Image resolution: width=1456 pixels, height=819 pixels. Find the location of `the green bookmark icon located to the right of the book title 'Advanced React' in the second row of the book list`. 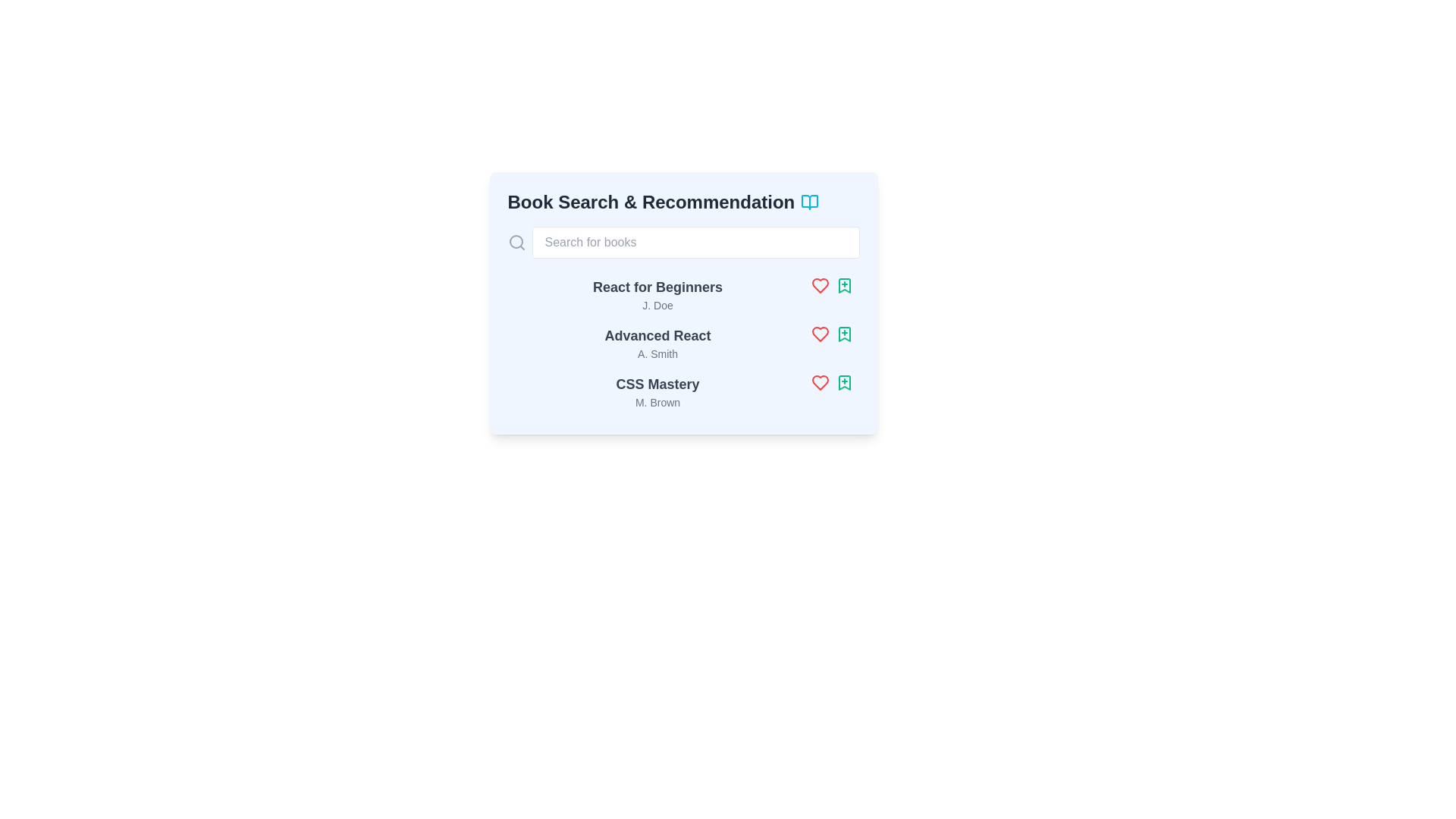

the green bookmark icon located to the right of the book title 'Advanced React' in the second row of the book list is located at coordinates (843, 333).